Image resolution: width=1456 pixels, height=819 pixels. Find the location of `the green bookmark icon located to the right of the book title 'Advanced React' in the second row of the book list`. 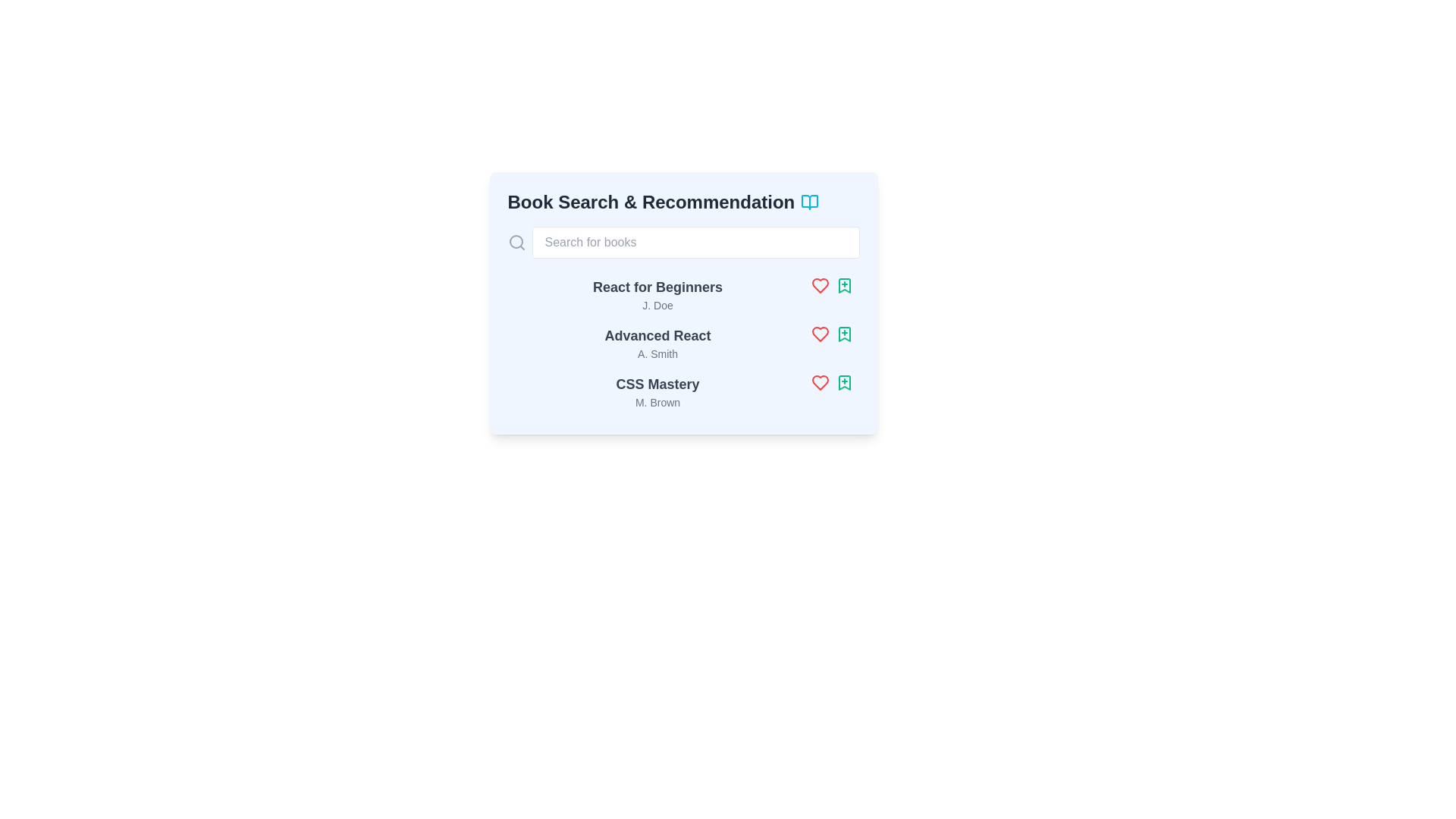

the green bookmark icon located to the right of the book title 'Advanced React' in the second row of the book list is located at coordinates (843, 333).